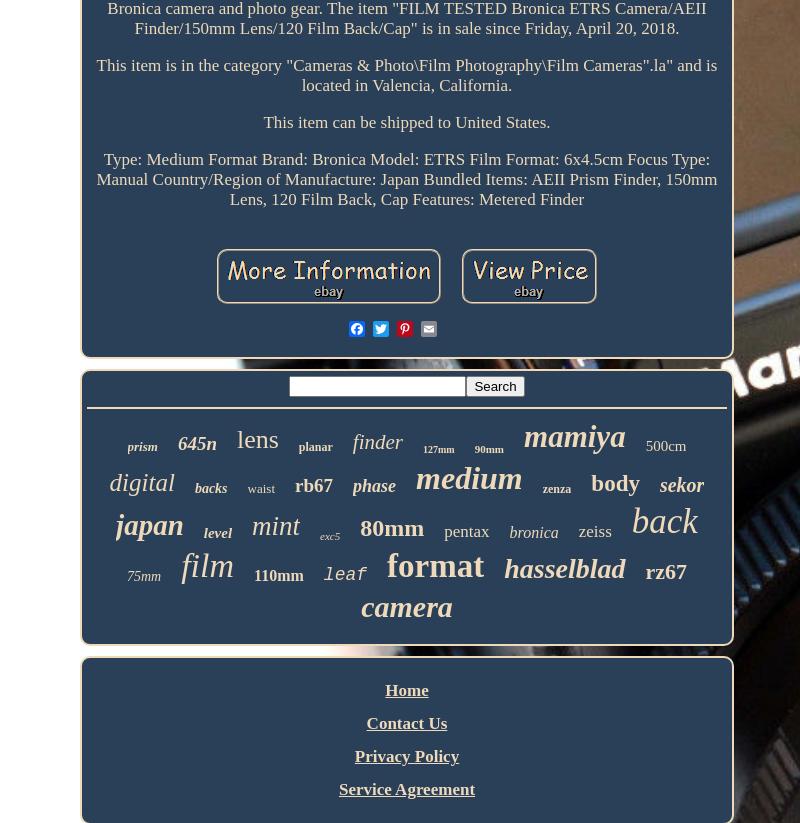 The image size is (800, 823). What do you see at coordinates (126, 446) in the screenshot?
I see `'prism'` at bounding box center [126, 446].